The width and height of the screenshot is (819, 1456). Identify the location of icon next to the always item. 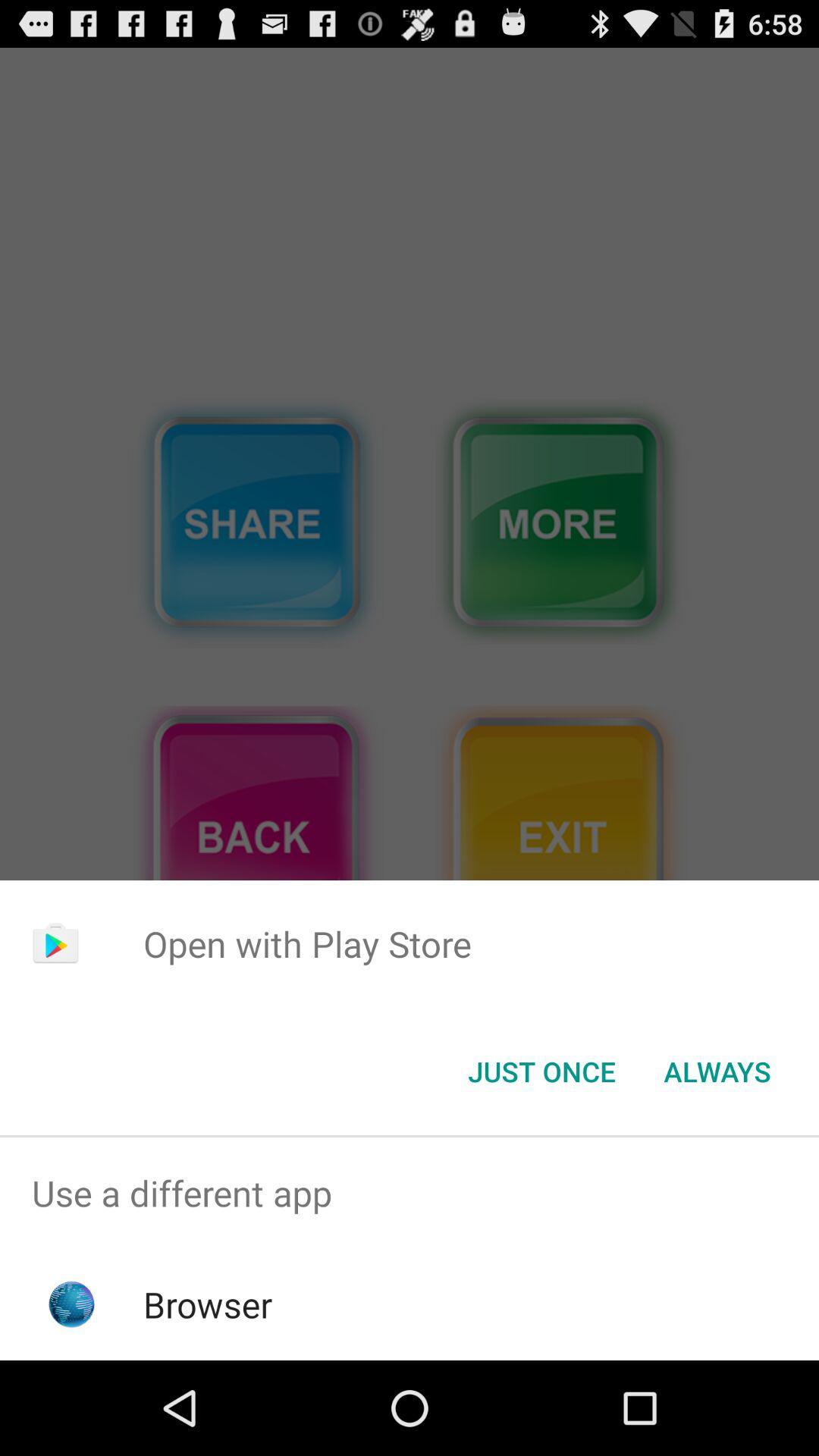
(541, 1070).